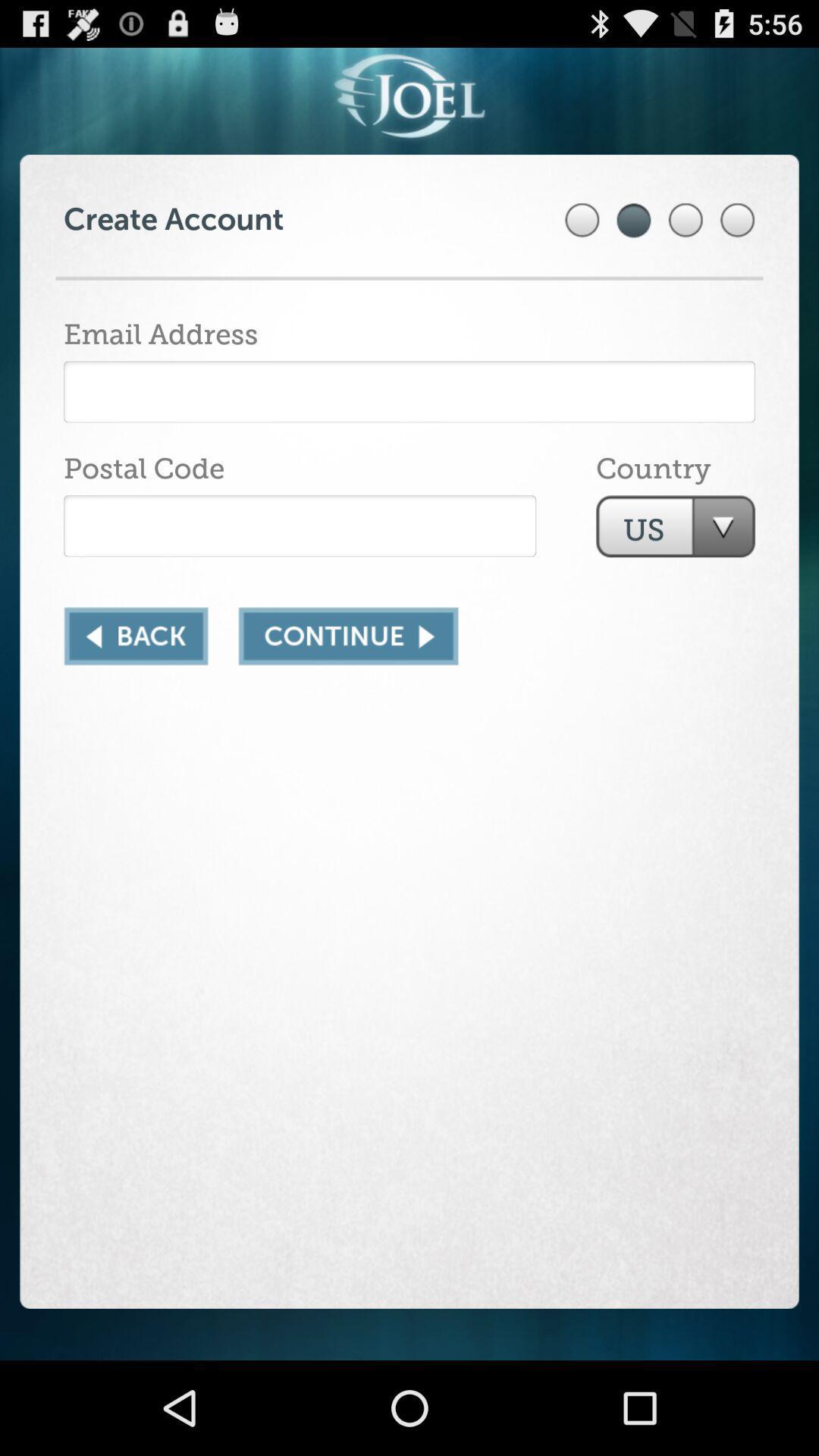  Describe the element at coordinates (348, 636) in the screenshot. I see `continue` at that location.